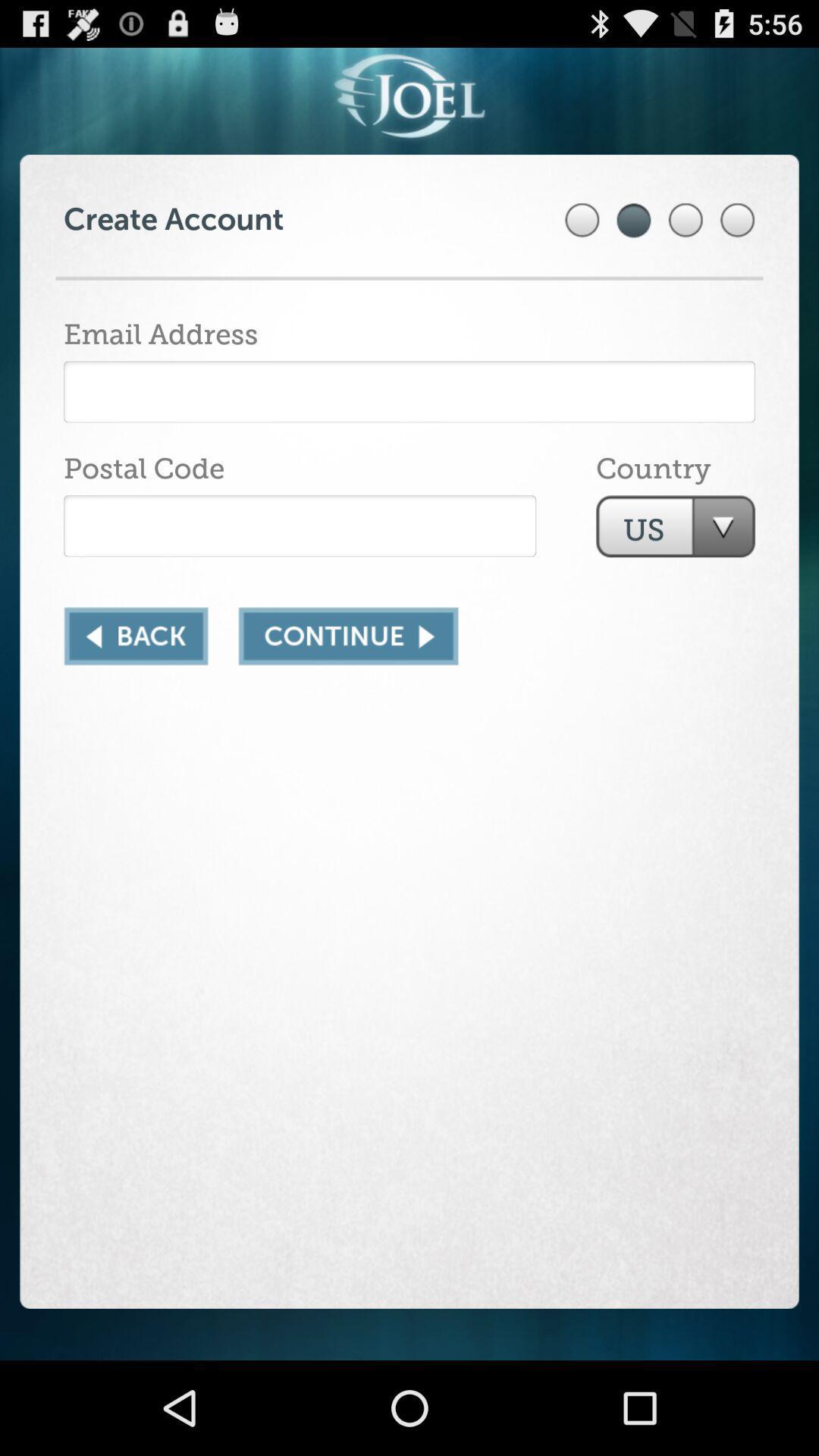  Describe the element at coordinates (348, 636) in the screenshot. I see `continue` at that location.